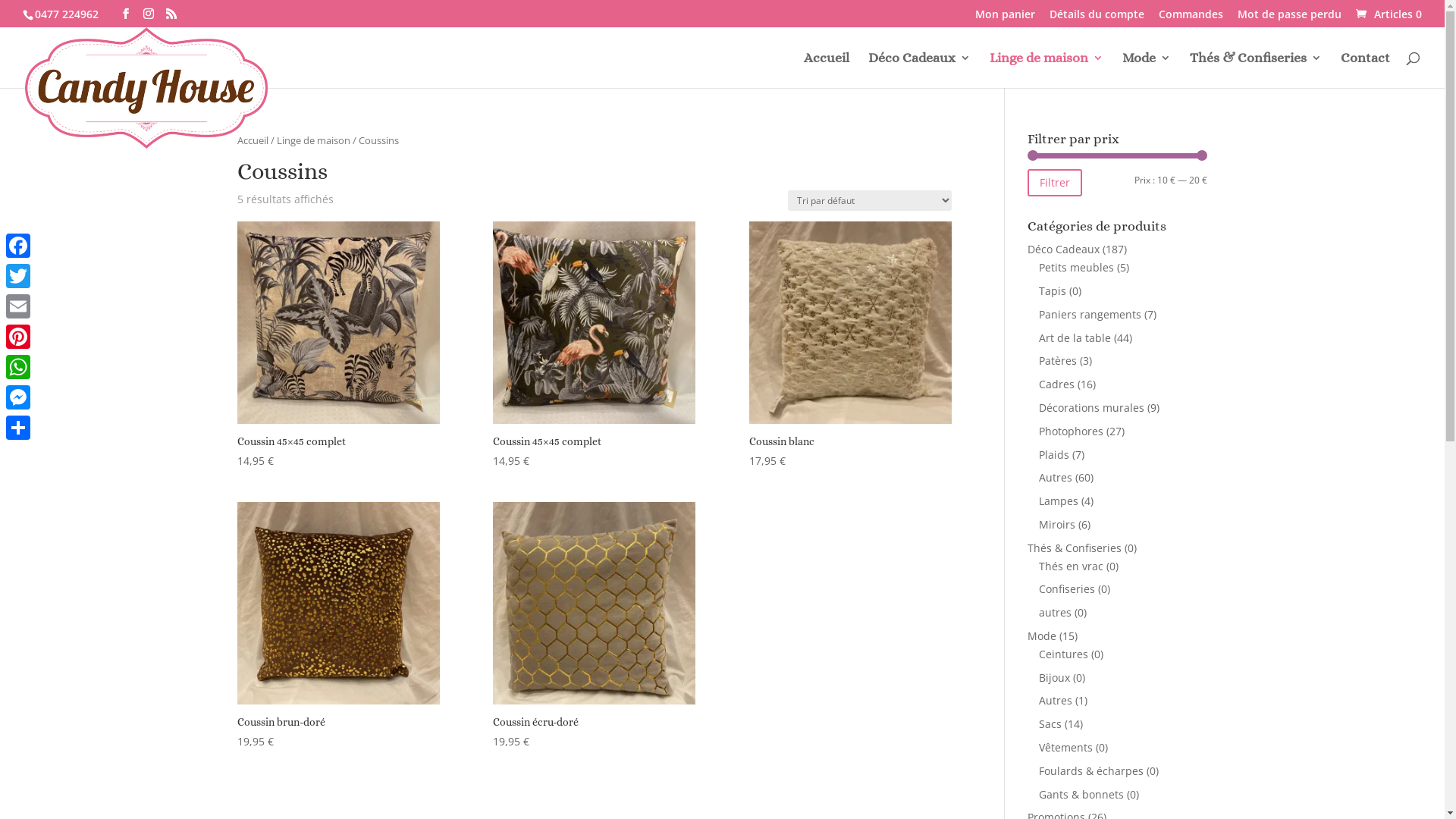  Describe the element at coordinates (1058, 500) in the screenshot. I see `'Lampes'` at that location.